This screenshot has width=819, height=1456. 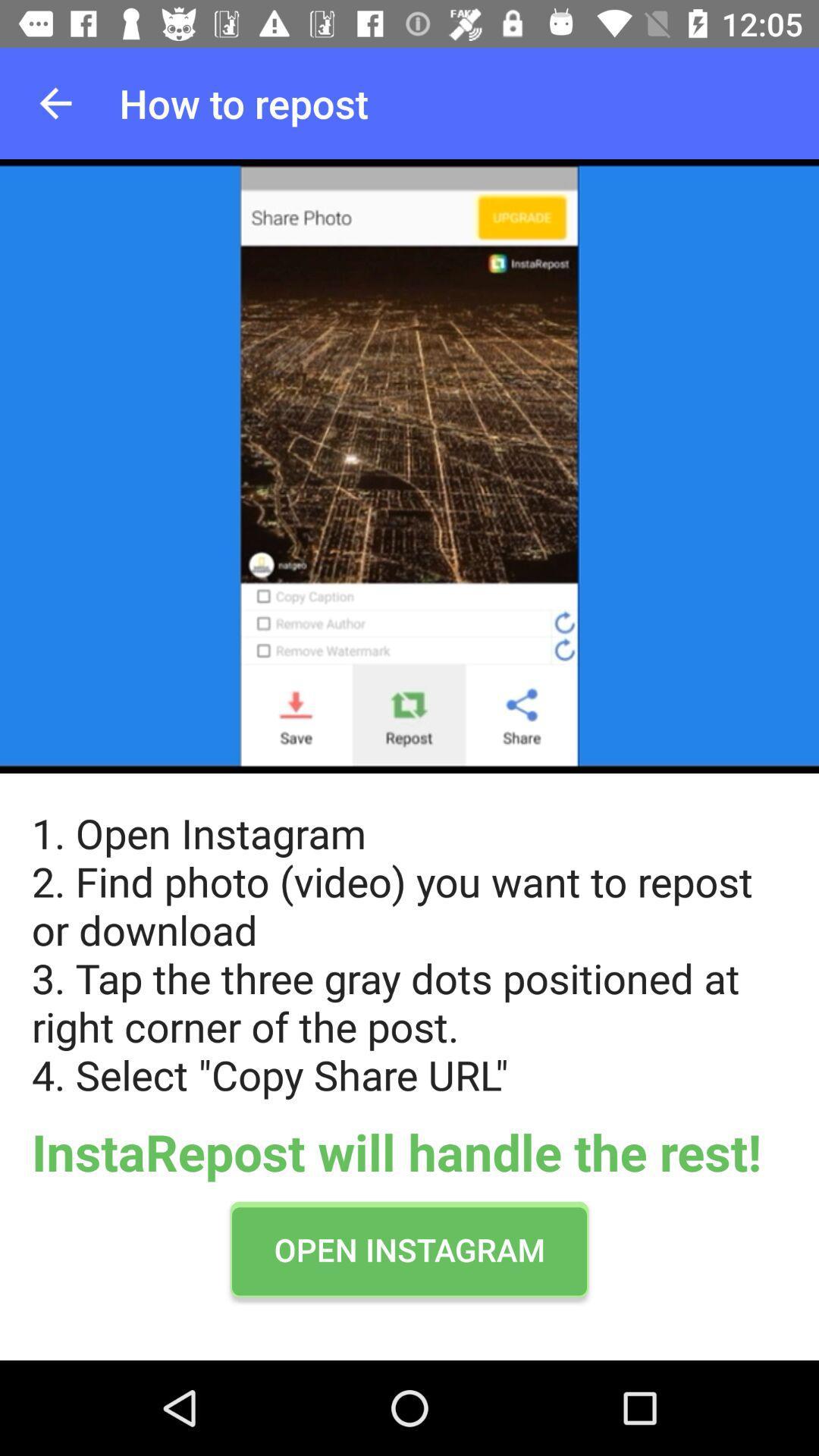 I want to click on go back, so click(x=55, y=102).